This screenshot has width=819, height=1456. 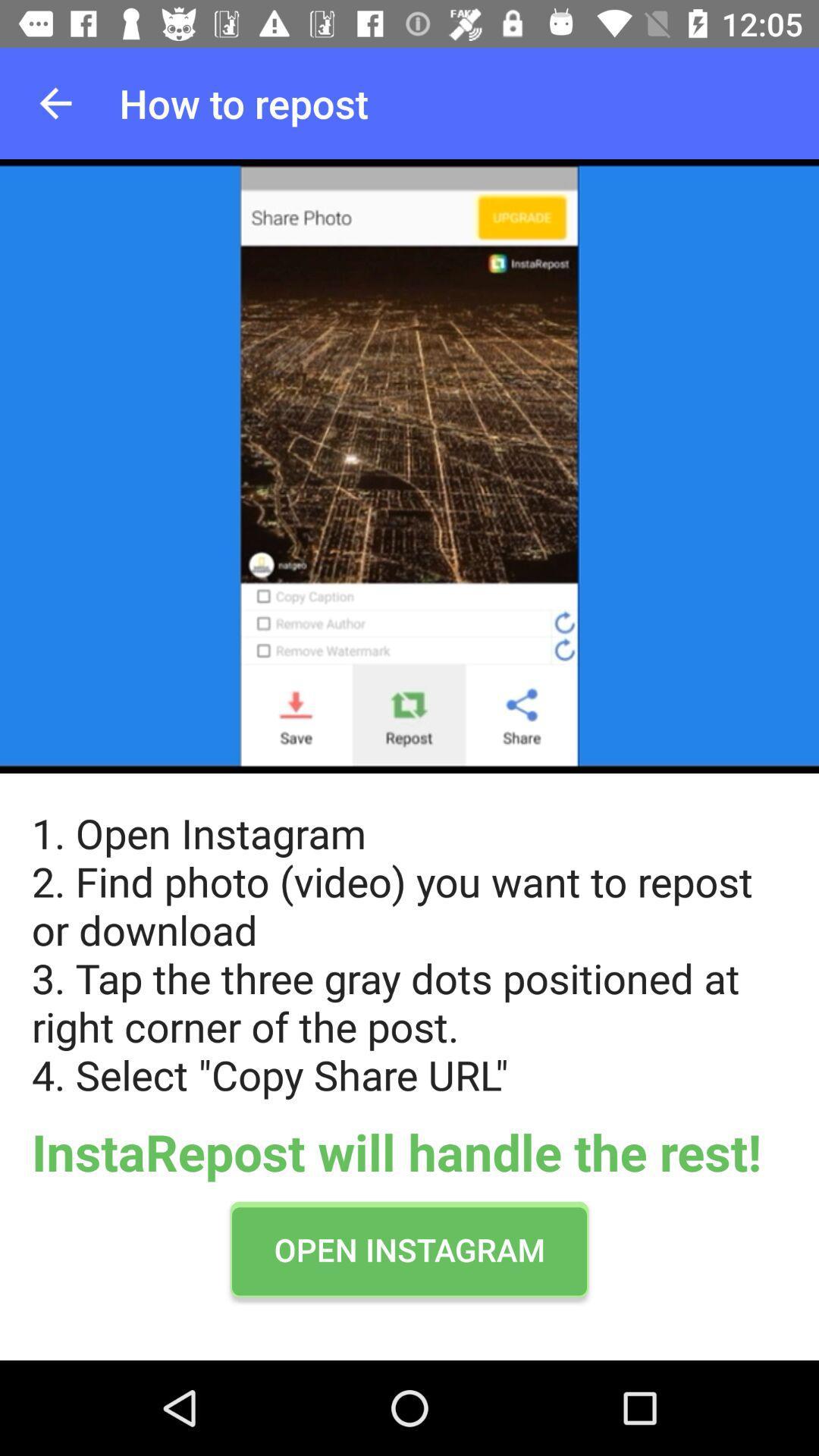 I want to click on go back, so click(x=55, y=102).